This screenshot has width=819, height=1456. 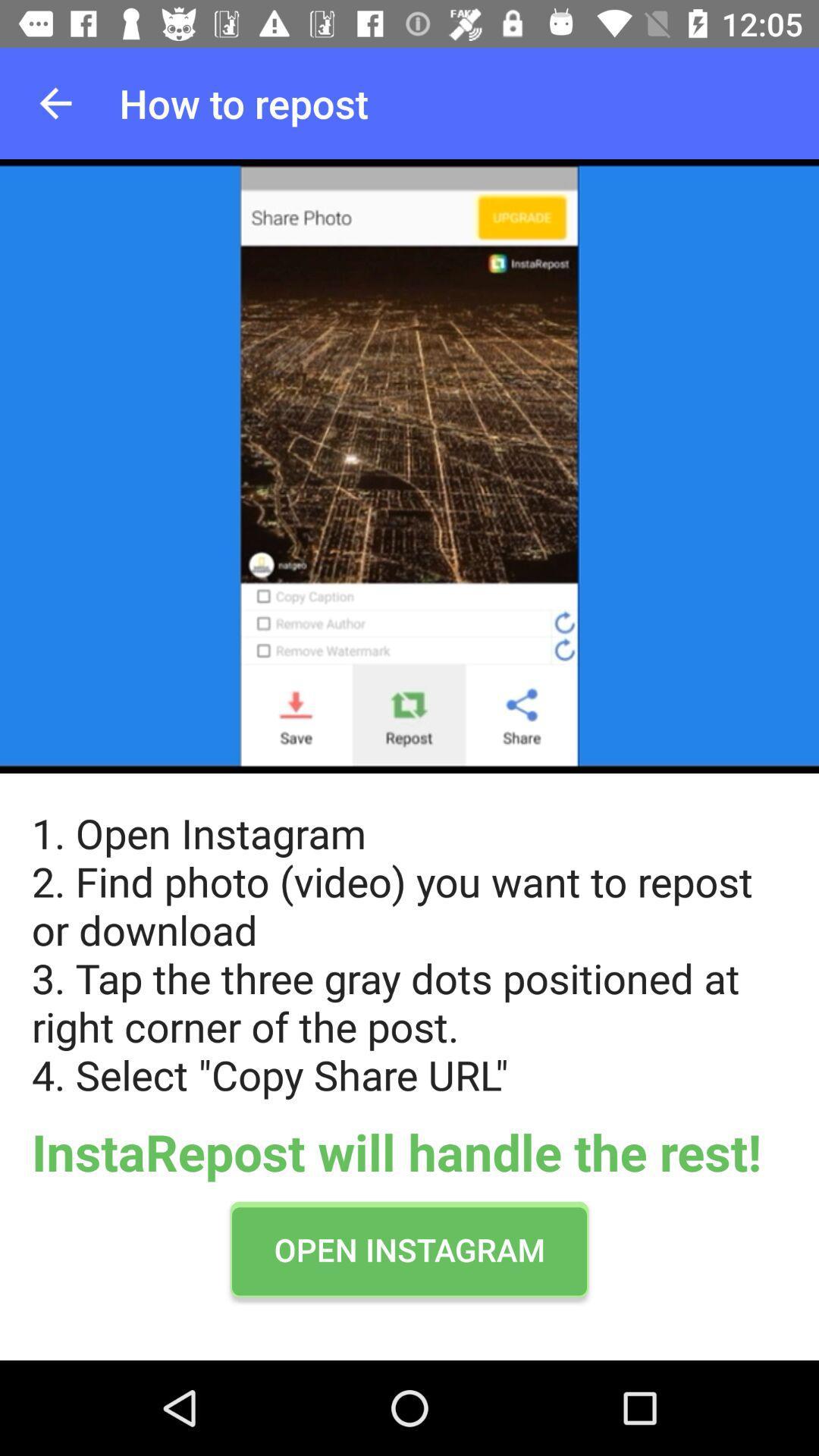 I want to click on go back, so click(x=55, y=102).